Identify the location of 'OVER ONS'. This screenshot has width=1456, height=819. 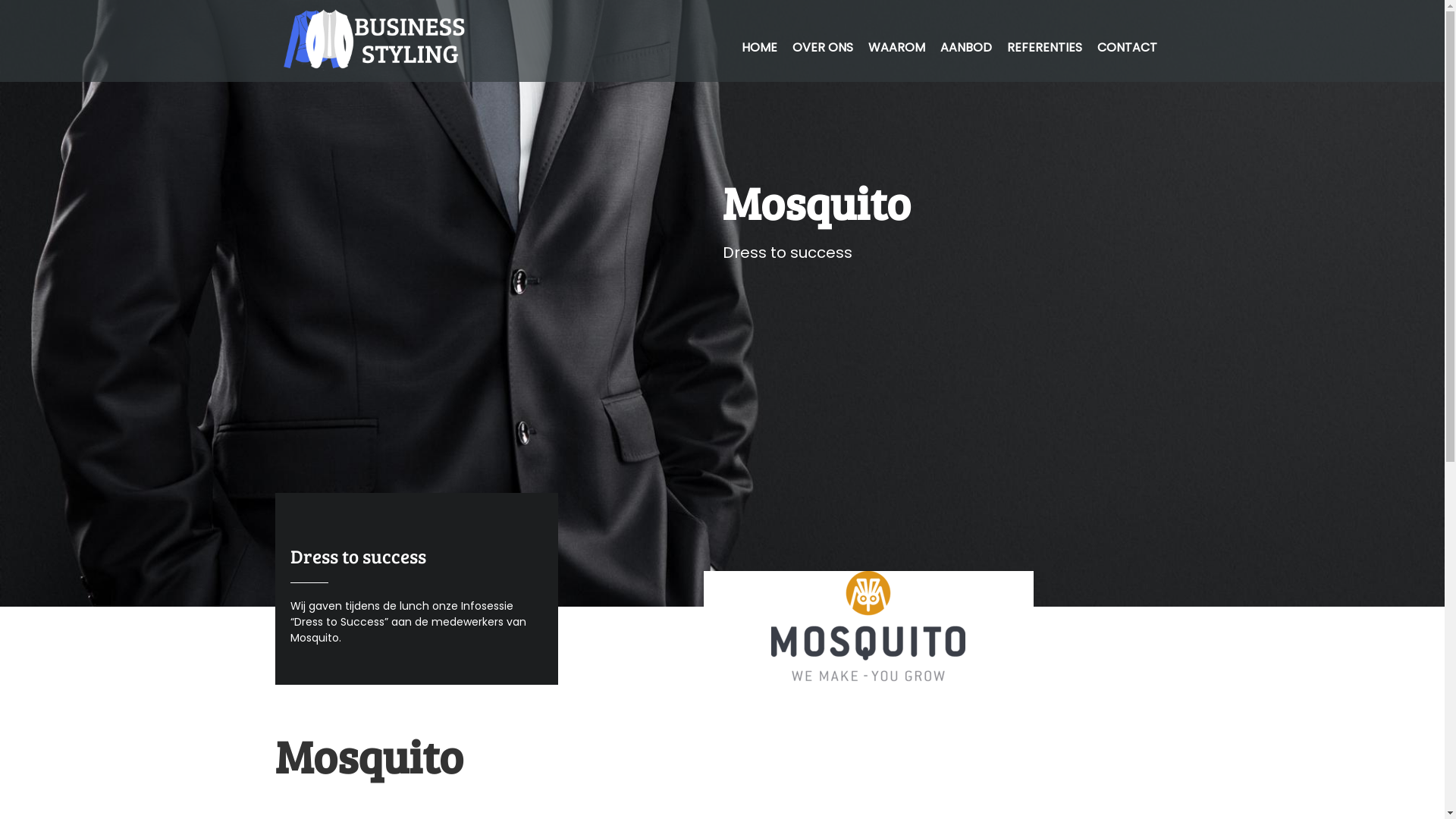
(821, 46).